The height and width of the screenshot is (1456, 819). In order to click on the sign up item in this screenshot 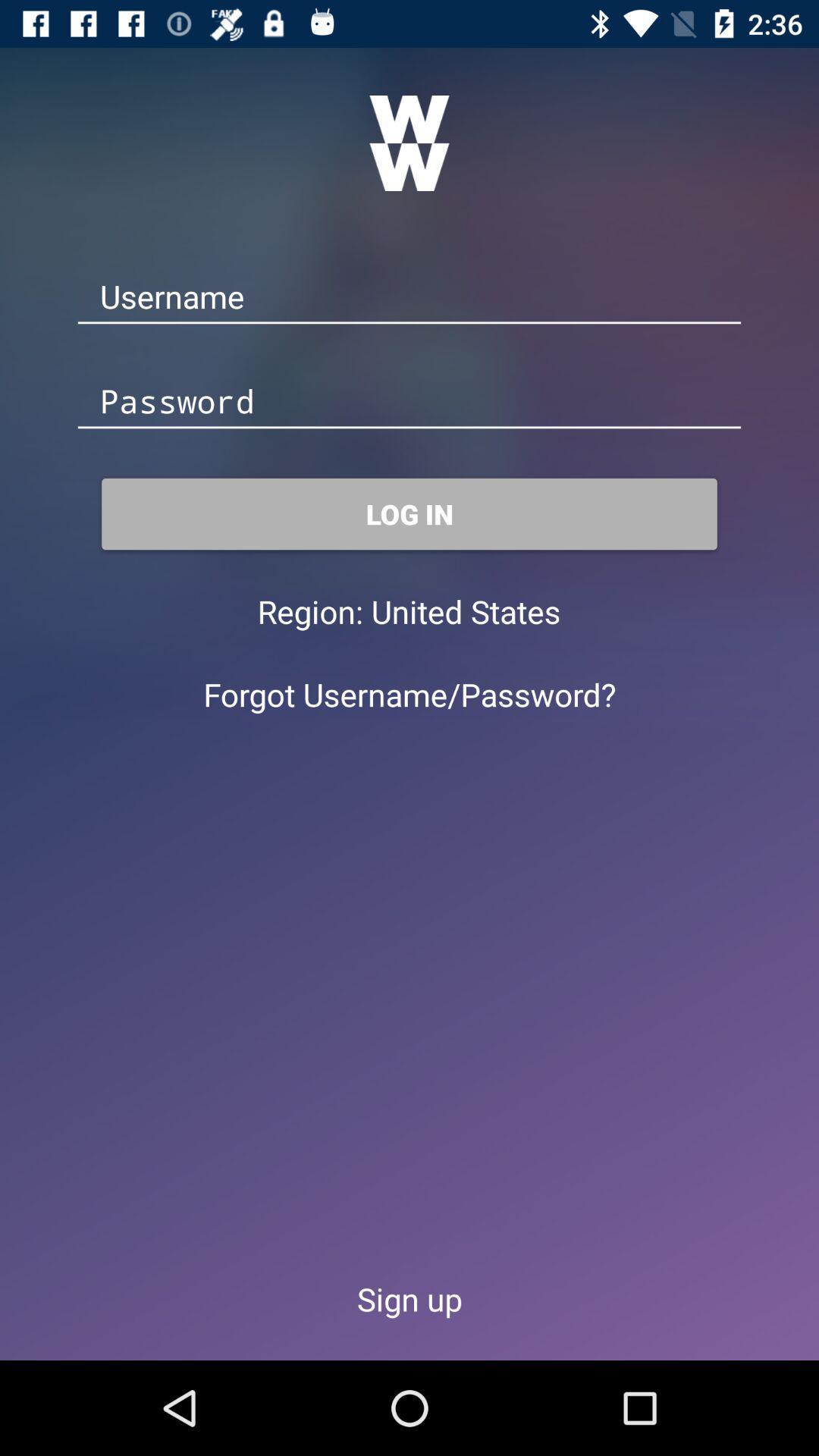, I will do `click(409, 1298)`.